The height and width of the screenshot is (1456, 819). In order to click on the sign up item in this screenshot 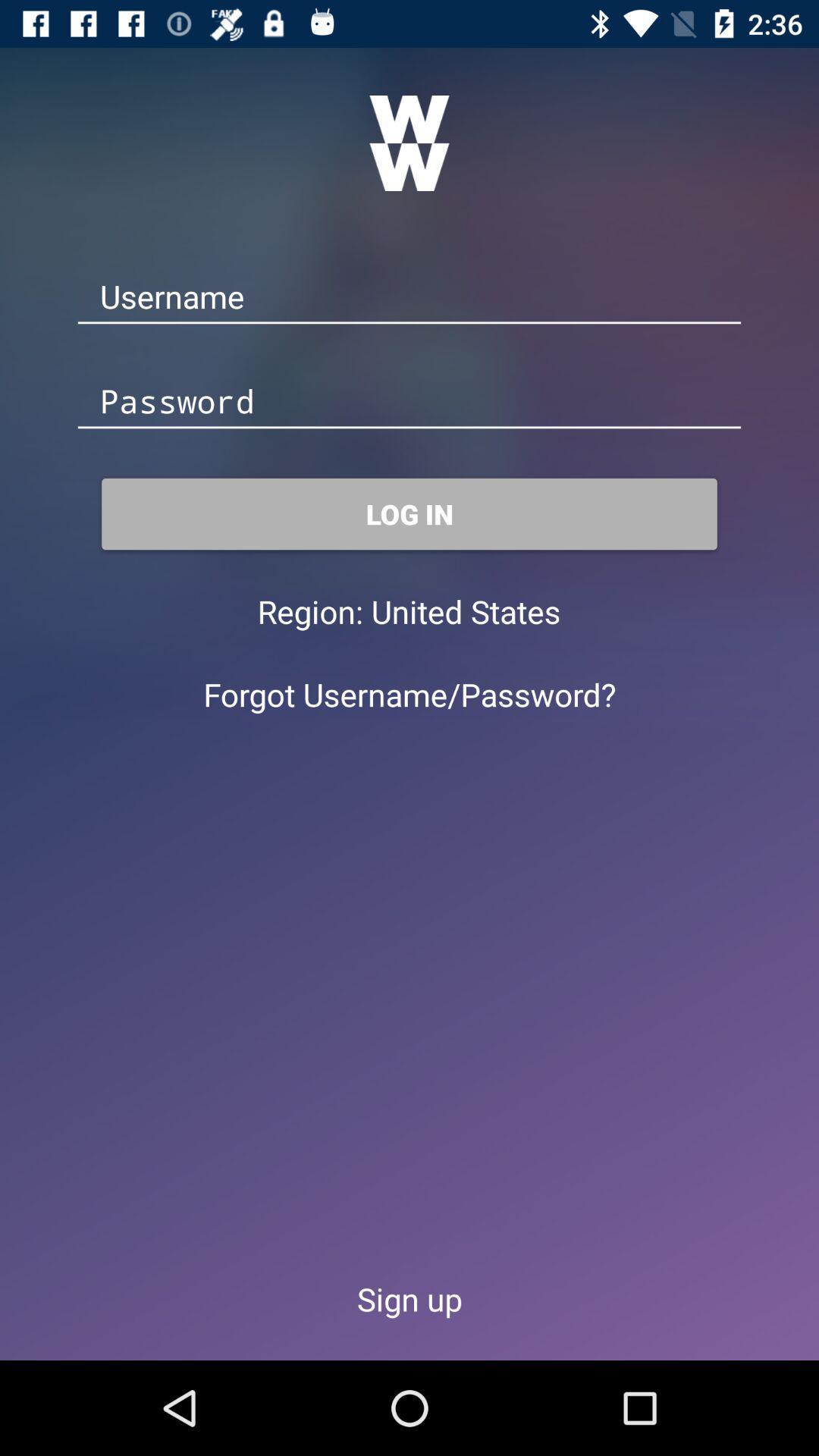, I will do `click(409, 1298)`.